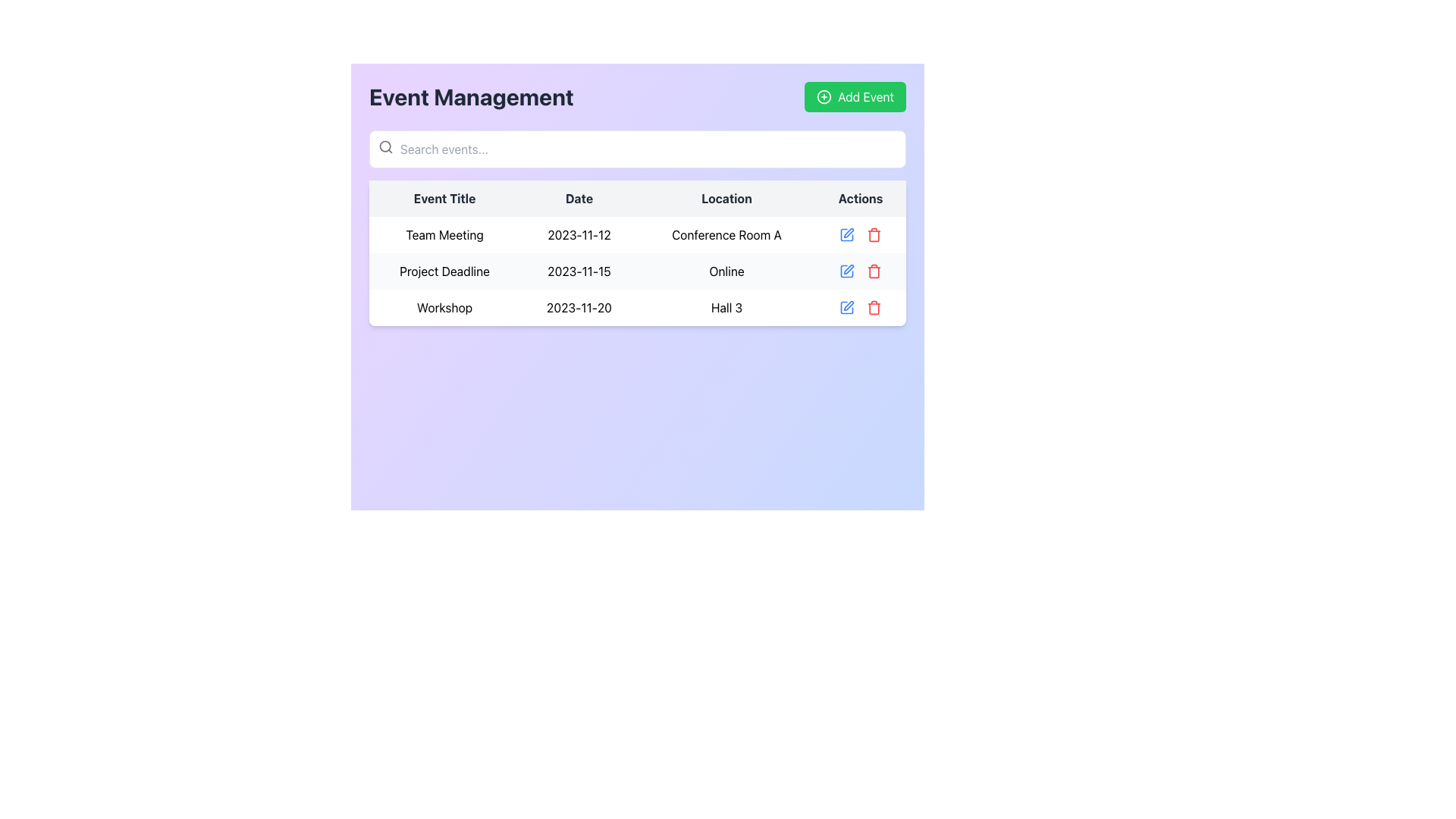 This screenshot has height=819, width=1456. Describe the element at coordinates (385, 146) in the screenshot. I see `the search icon located at the left side of the input area within the search bar to enhance user recognition of the field's purpose` at that location.